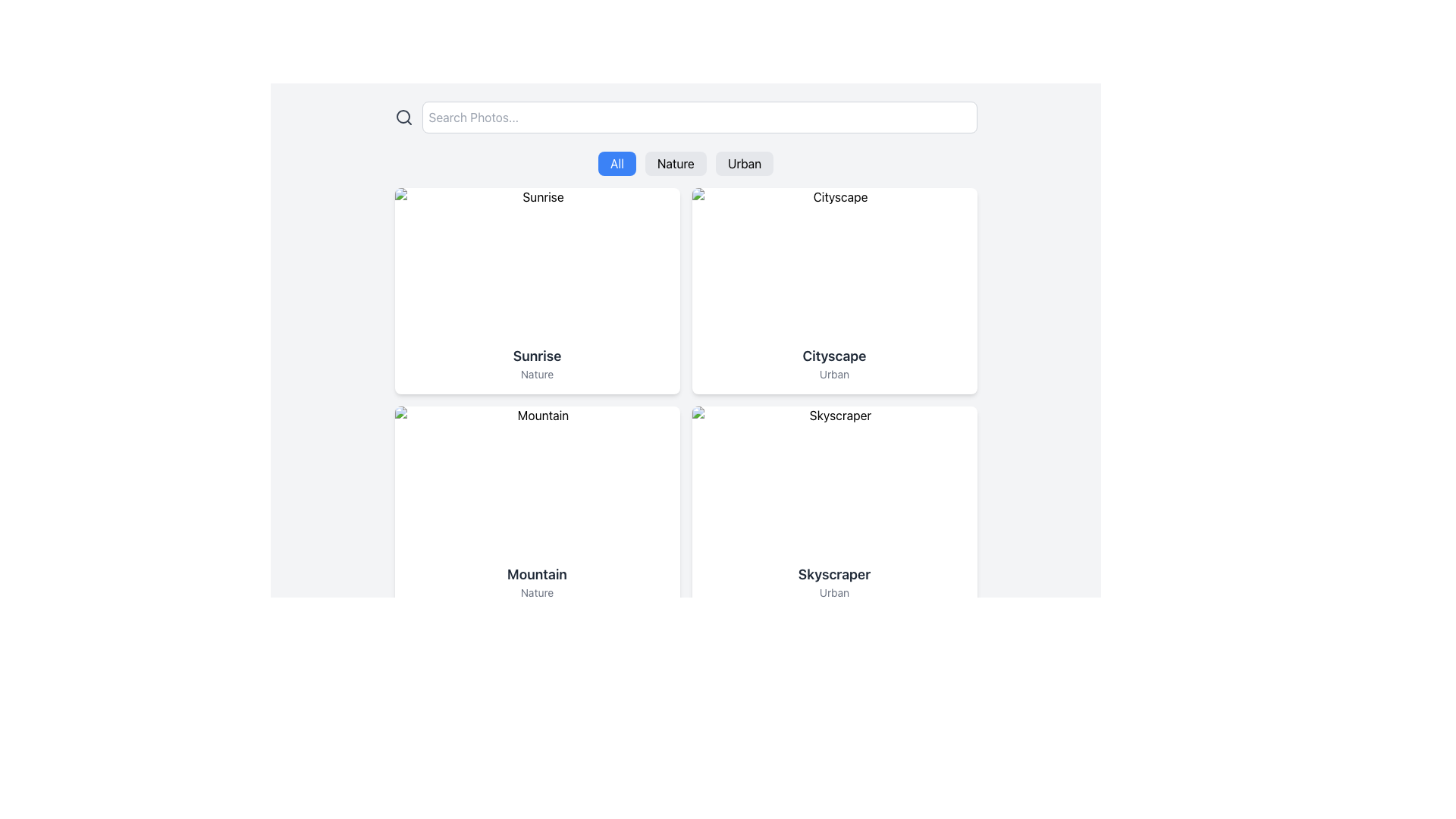 This screenshot has height=819, width=1456. I want to click on text content from the Text Block located in the lower section of the card layout on the middle left of the grid, which contains a title and a subtitle, so click(537, 363).